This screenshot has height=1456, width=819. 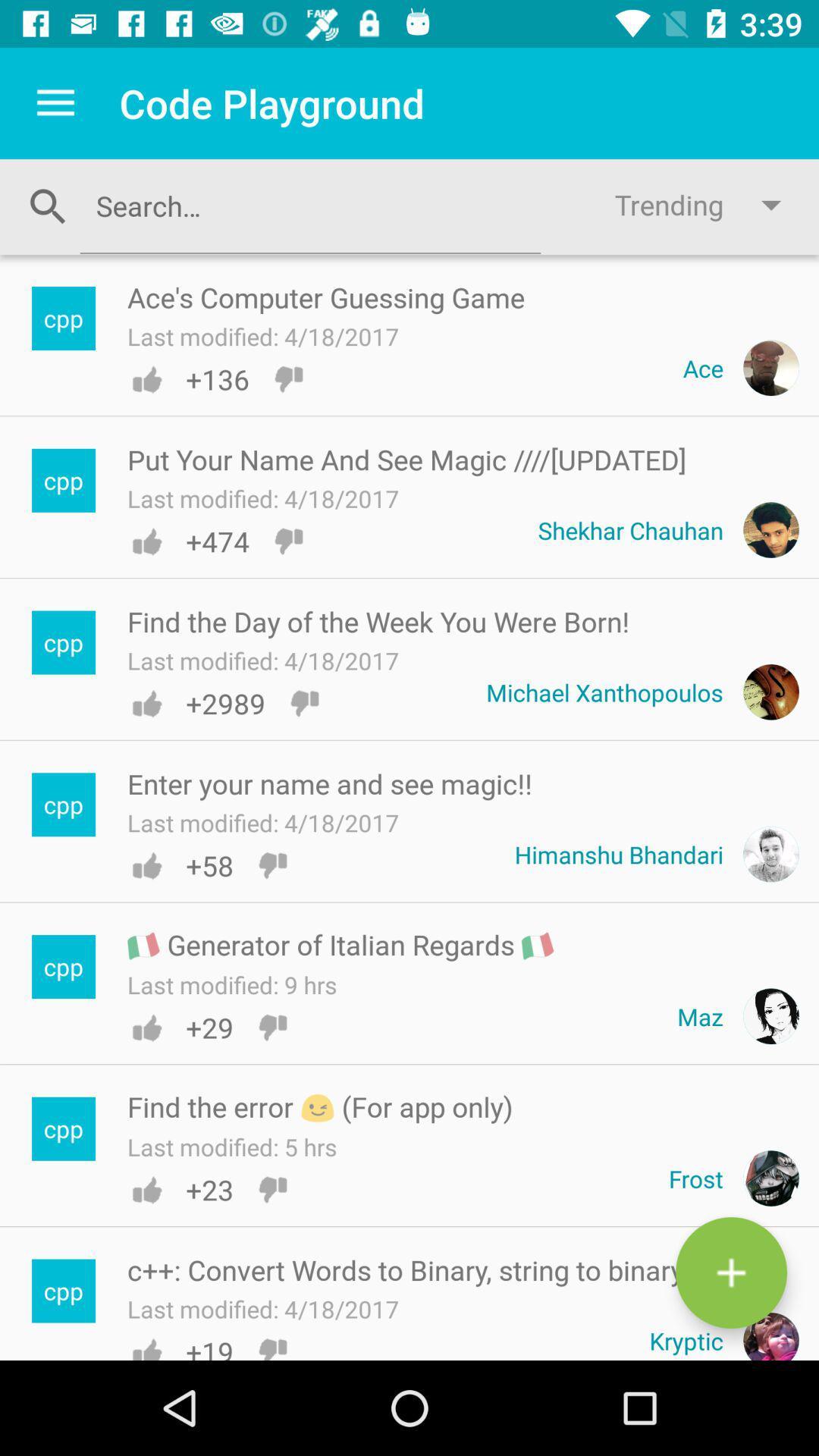 What do you see at coordinates (730, 1272) in the screenshot?
I see `button` at bounding box center [730, 1272].